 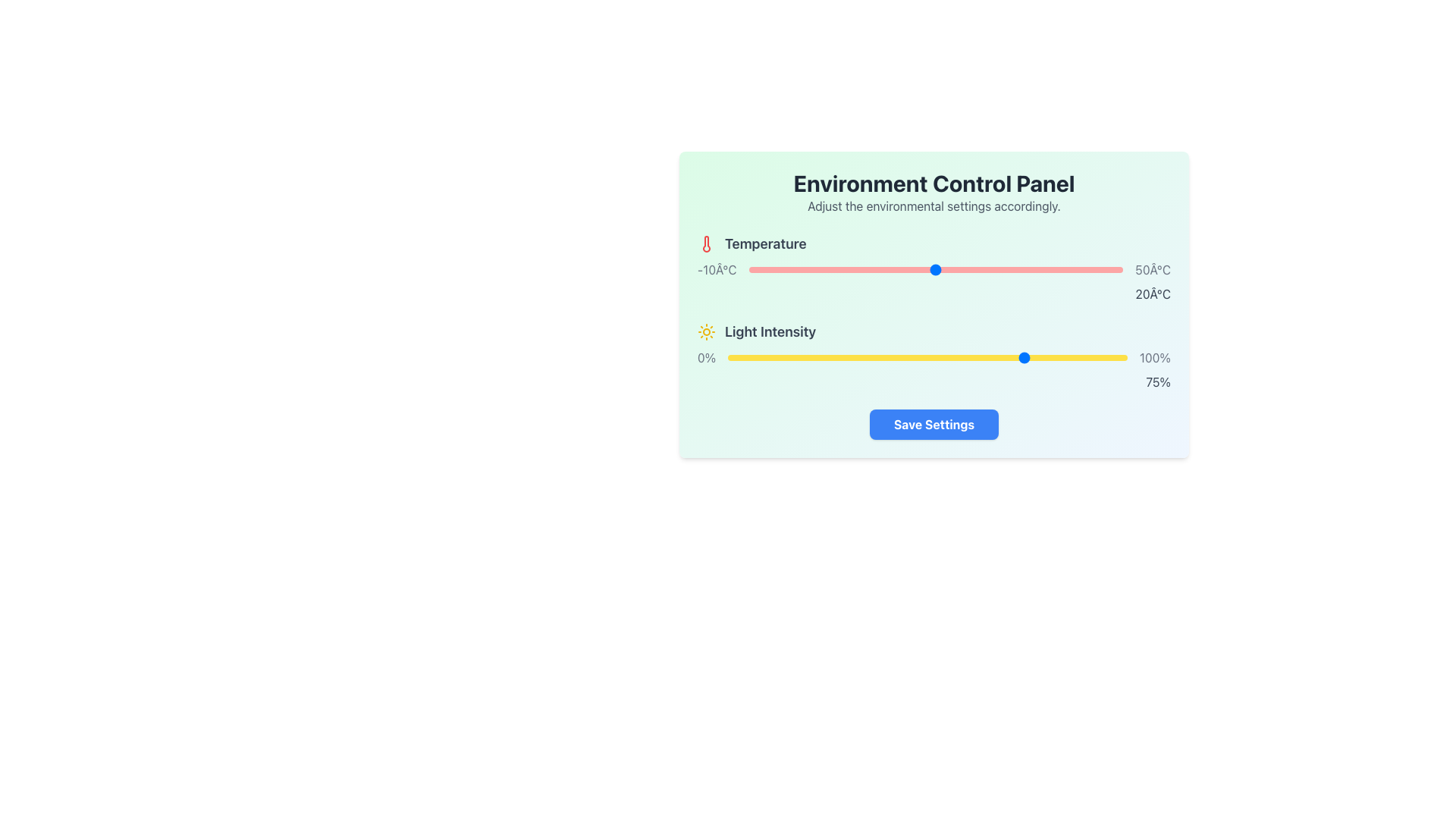 What do you see at coordinates (934, 192) in the screenshot?
I see `the informational text block that contains the title 'Environment Control Panel' in bold, large black text and the subtitle 'Adjust the environmental settings accordingly.' in smaller gray font` at bounding box center [934, 192].